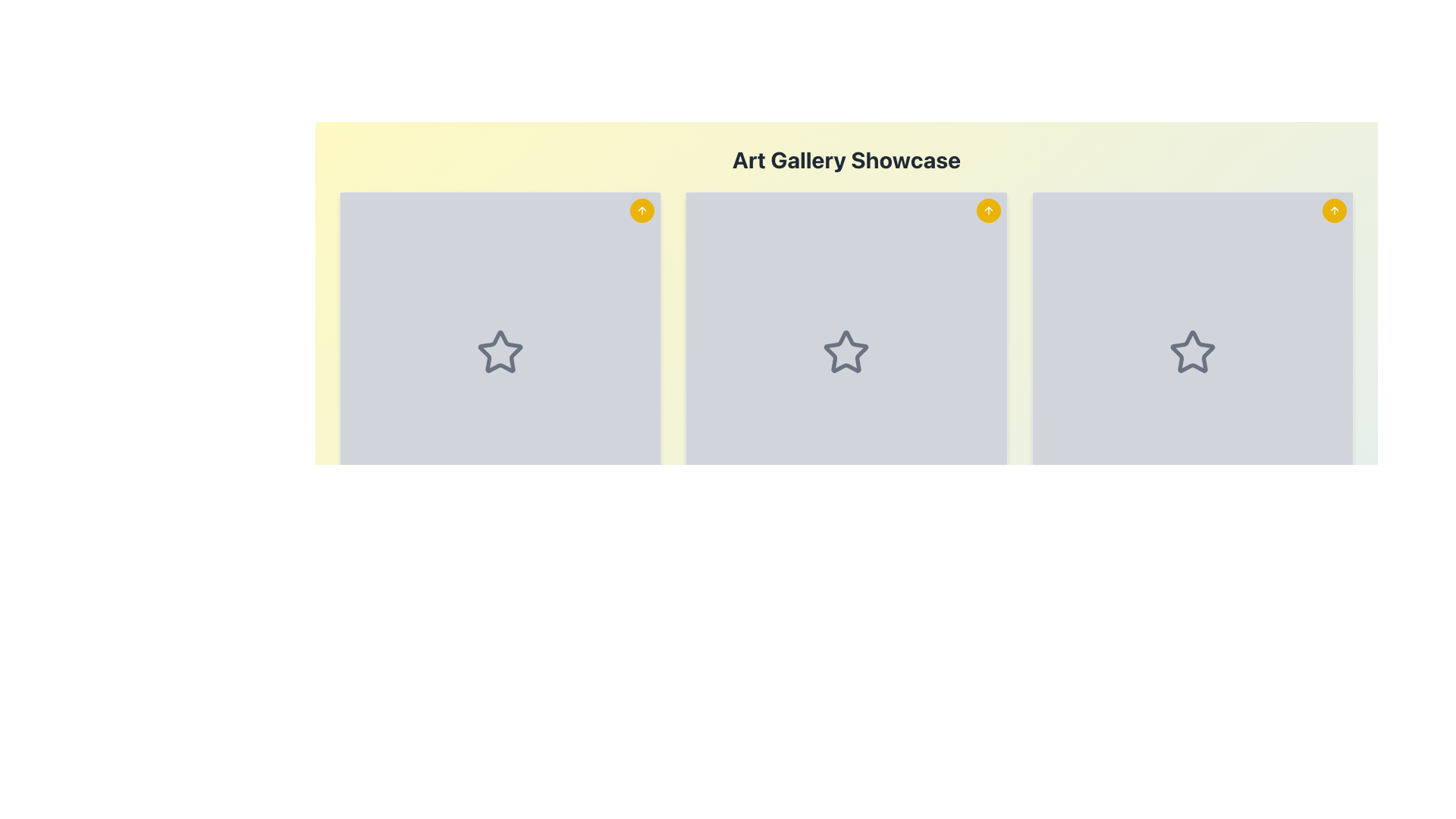 This screenshot has height=819, width=1456. What do you see at coordinates (846, 160) in the screenshot?
I see `the text header element with the title 'Art Gallery Showcase', which is prominently displayed in large, bold, dark gray font at the top of the interface` at bounding box center [846, 160].